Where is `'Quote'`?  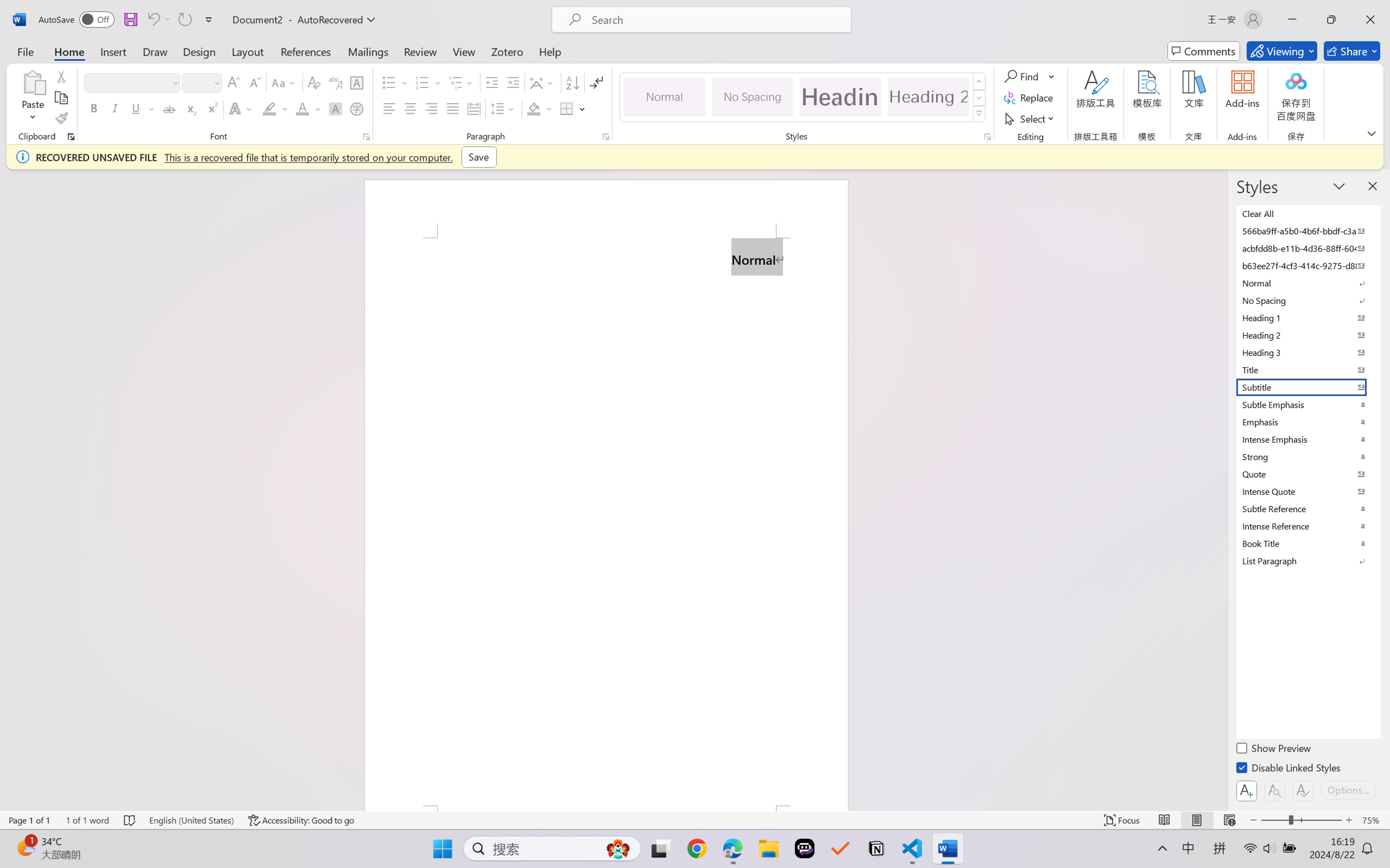
'Quote' is located at coordinates (1307, 473).